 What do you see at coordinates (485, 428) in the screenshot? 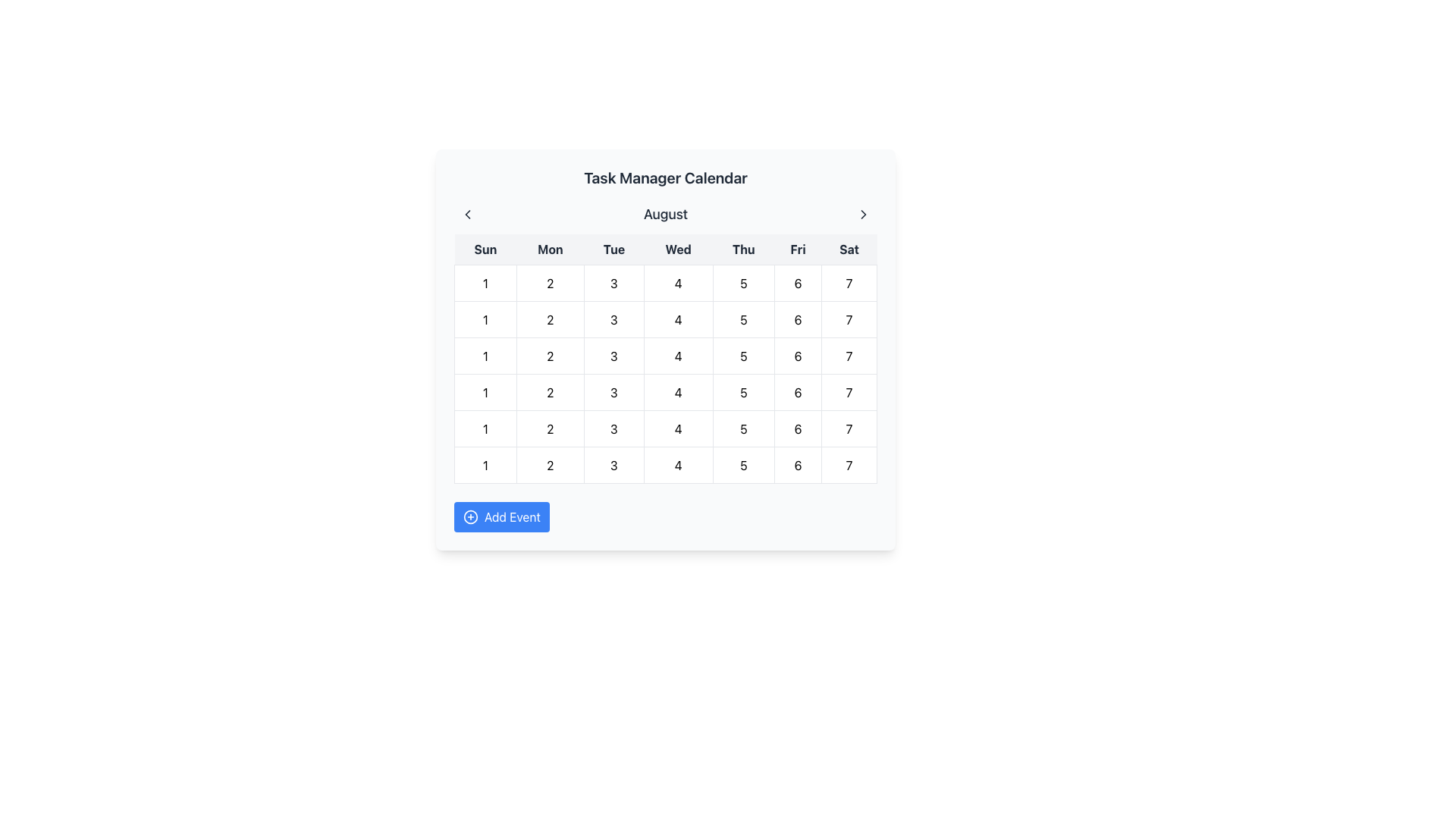
I see `the calendar cell displaying the number '1' located` at bounding box center [485, 428].